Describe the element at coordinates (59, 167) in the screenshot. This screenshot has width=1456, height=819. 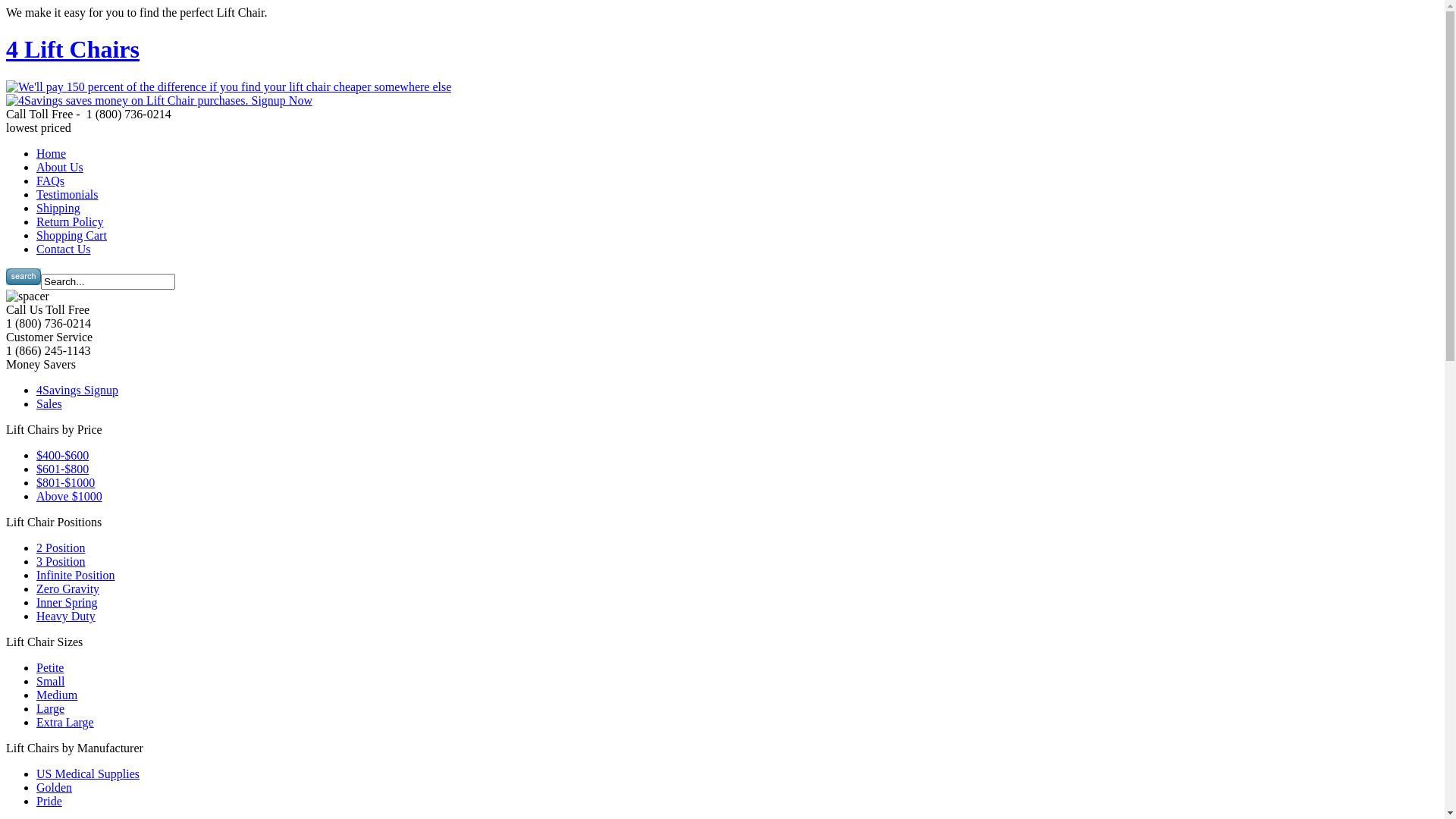
I see `'About Us'` at that location.